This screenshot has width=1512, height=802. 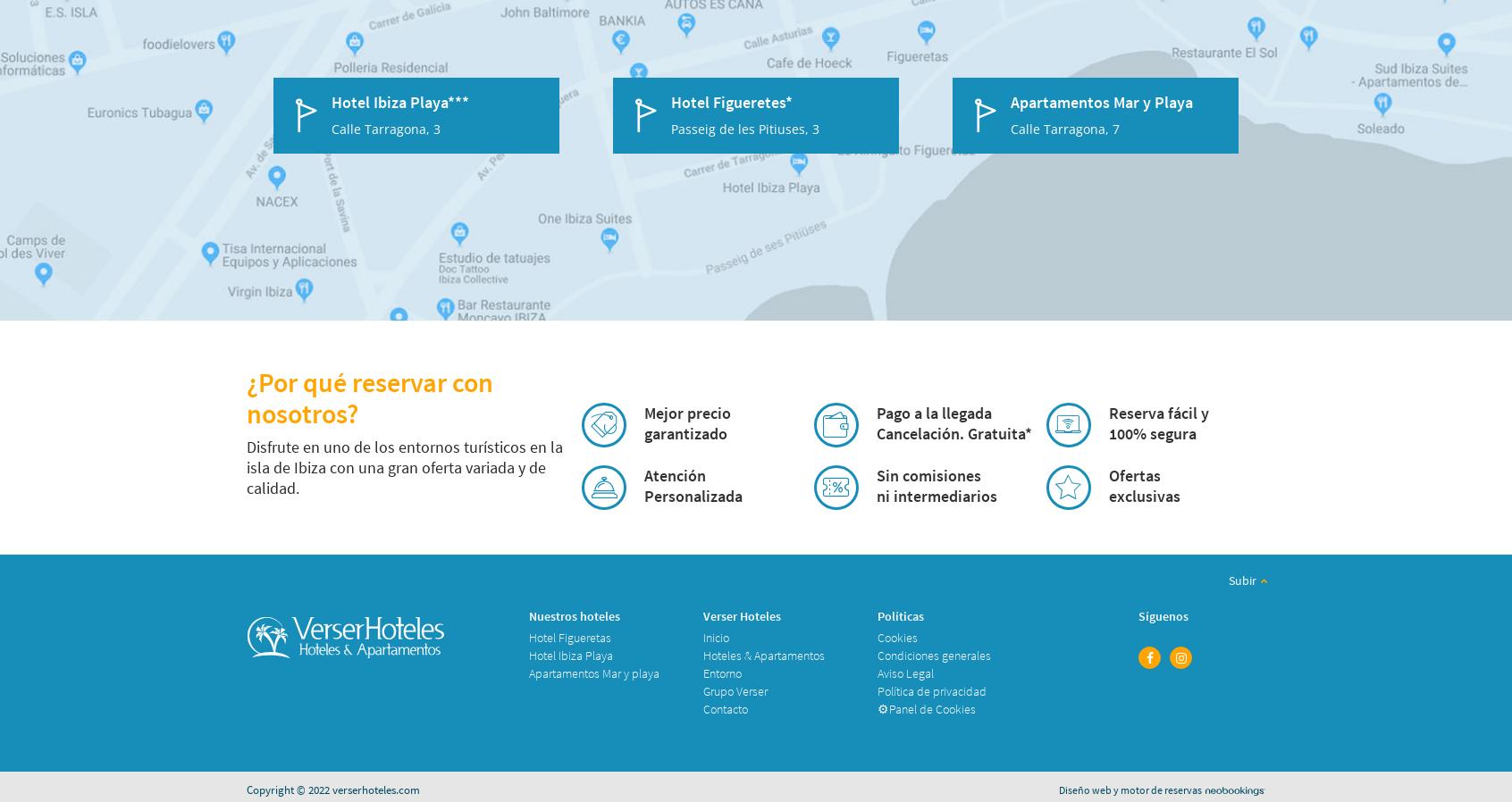 What do you see at coordinates (1134, 474) in the screenshot?
I see `'Ofertas'` at bounding box center [1134, 474].